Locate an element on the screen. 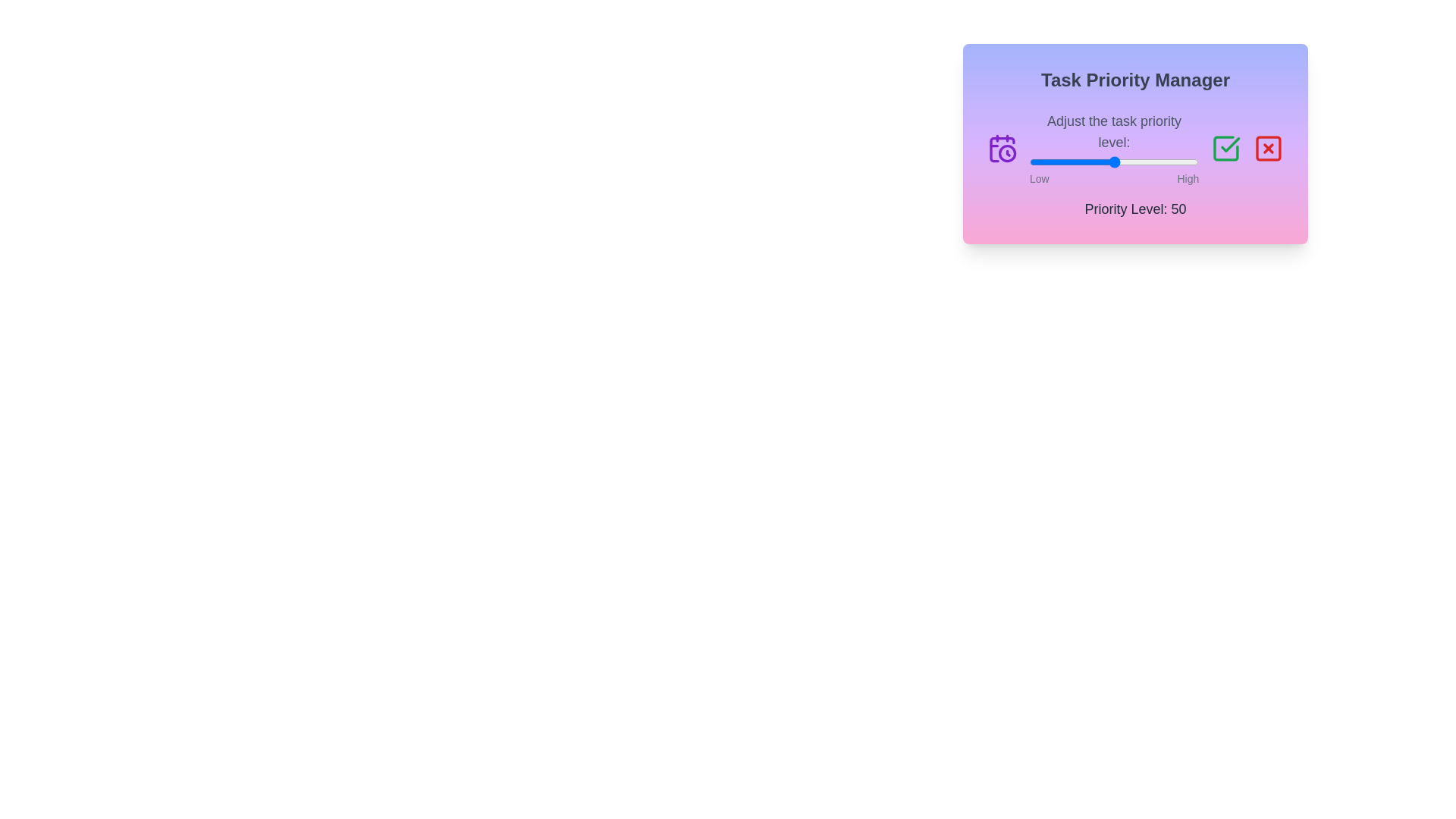 This screenshot has height=819, width=1456. the 'Save' button represented by the green checkmark icon is located at coordinates (1226, 149).